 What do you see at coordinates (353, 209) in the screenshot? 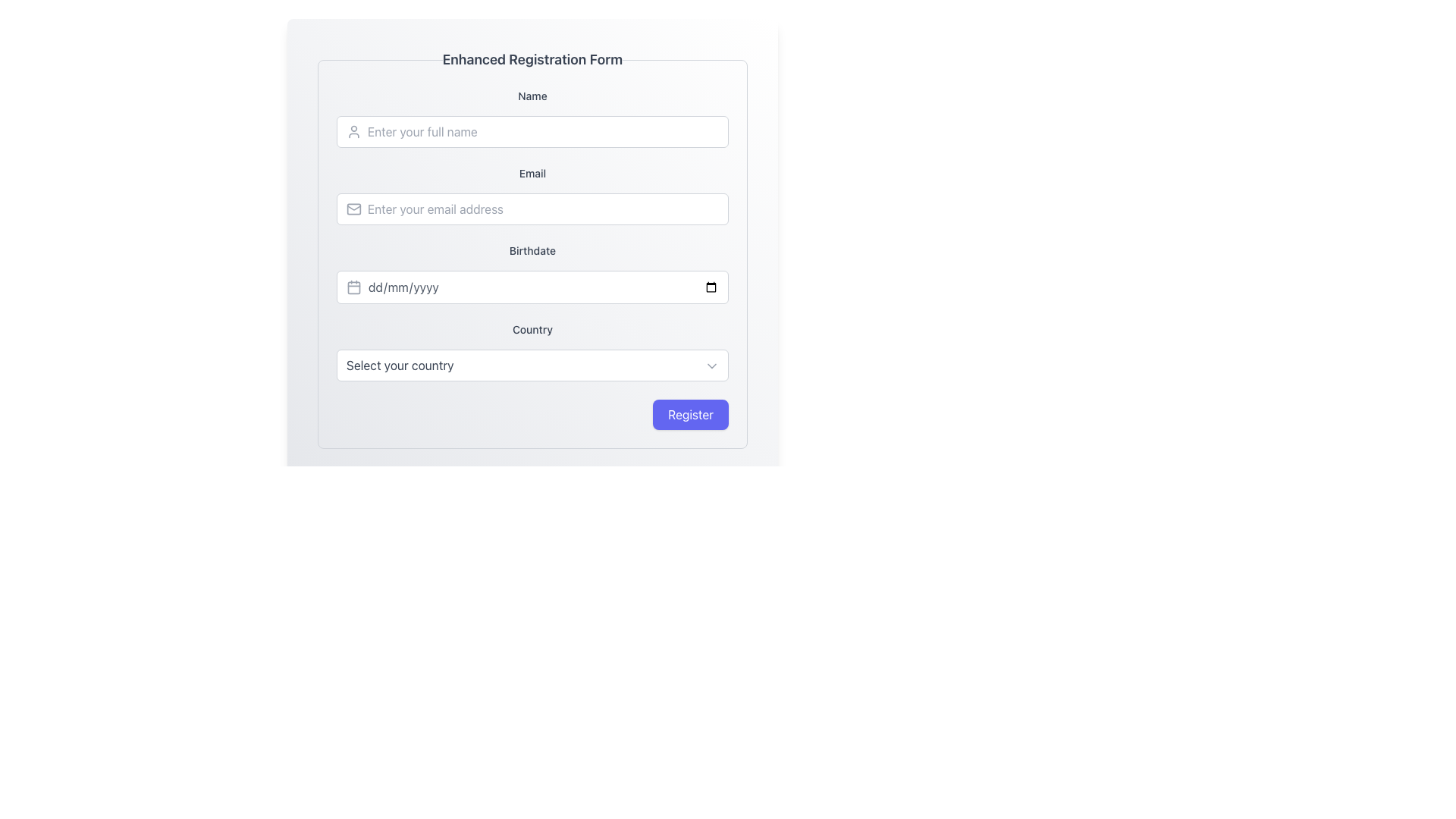
I see `the email input field icon located in the 'Email' section of the form, which serves as a visual cue for the email address input` at bounding box center [353, 209].